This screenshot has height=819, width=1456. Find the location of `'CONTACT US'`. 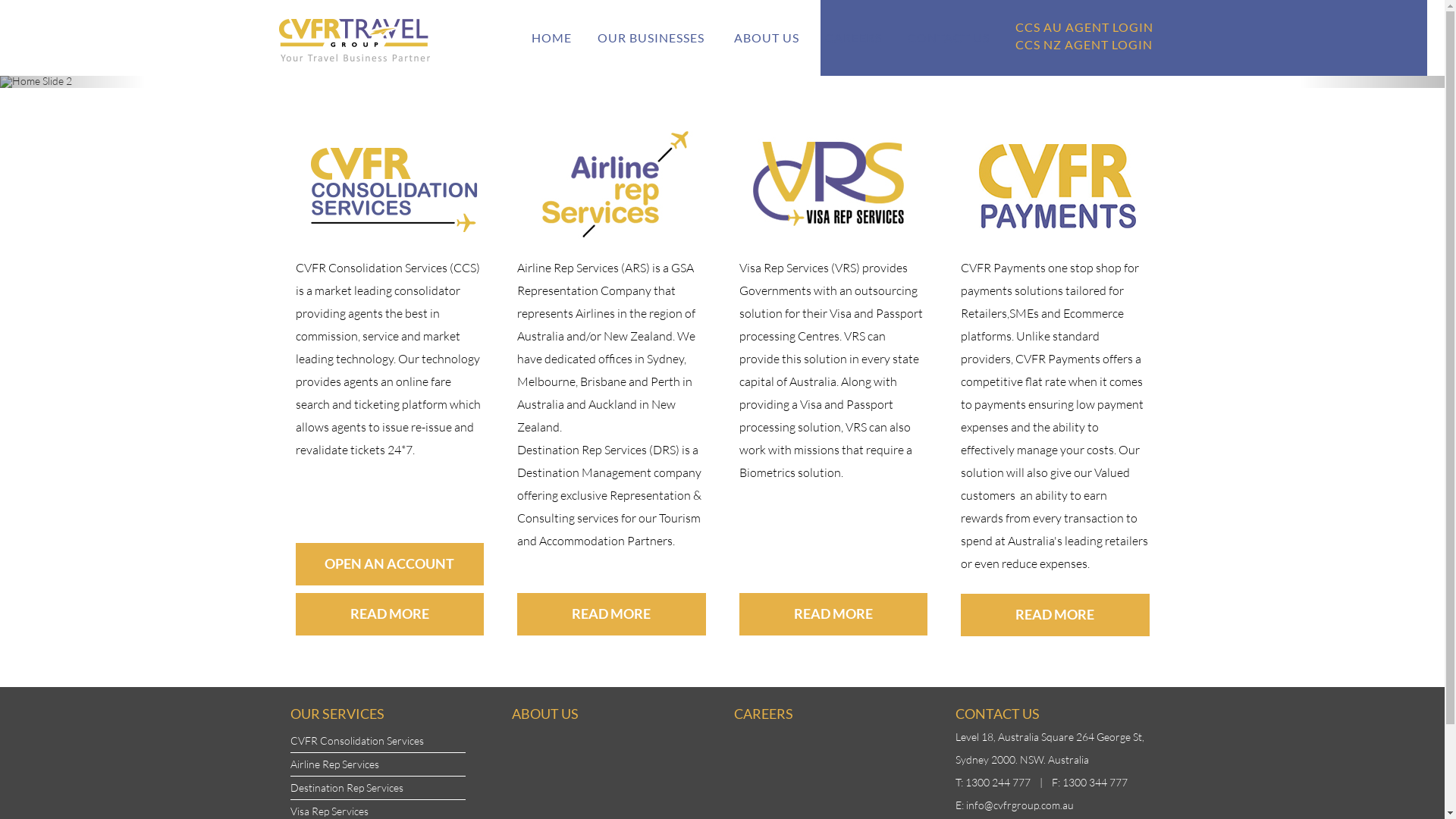

'CONTACT US' is located at coordinates (997, 714).